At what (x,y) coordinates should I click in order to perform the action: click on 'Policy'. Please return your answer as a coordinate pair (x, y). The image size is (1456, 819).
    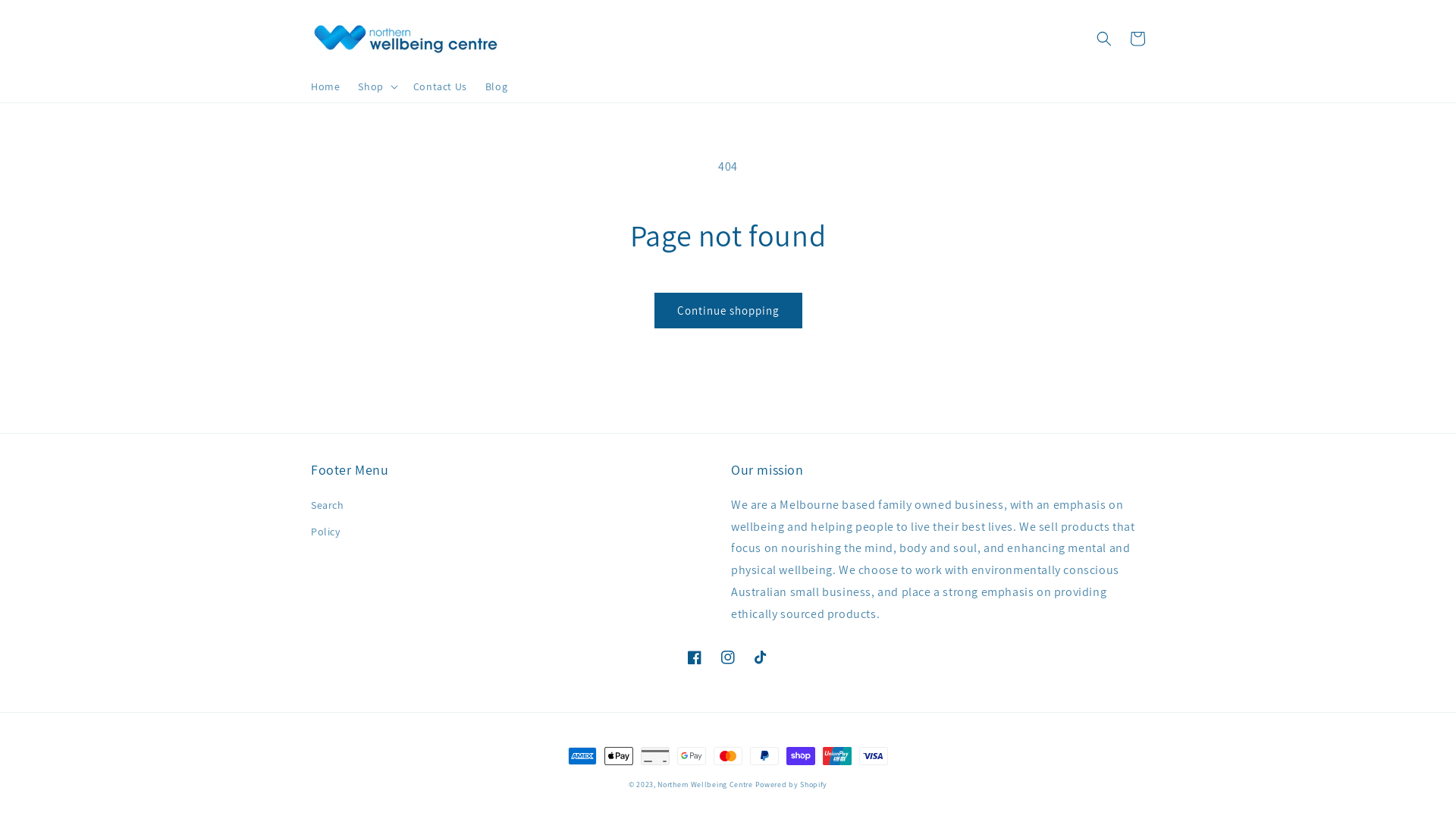
    Looking at the image, I should click on (325, 531).